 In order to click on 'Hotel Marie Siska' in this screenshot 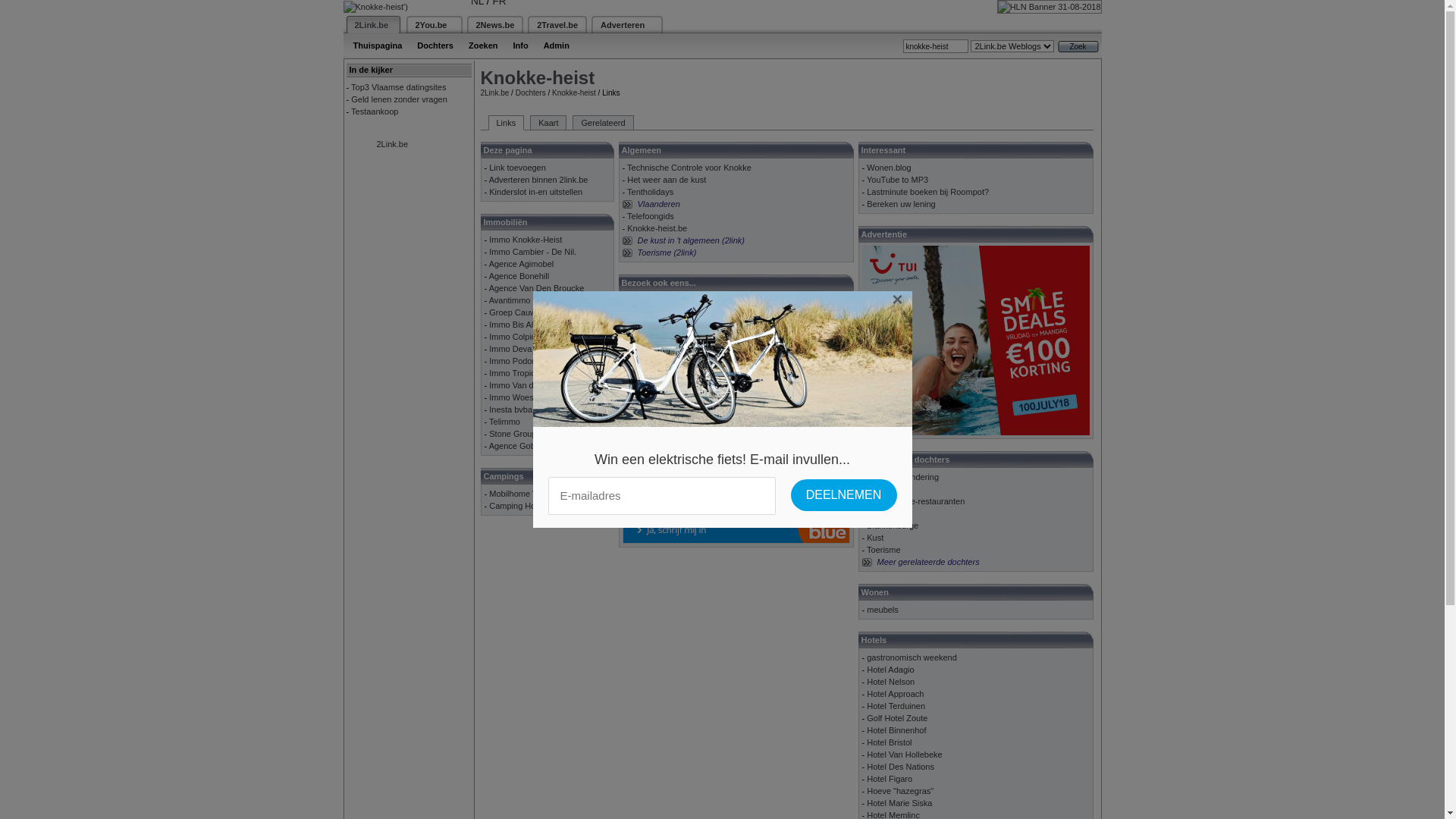, I will do `click(866, 802)`.